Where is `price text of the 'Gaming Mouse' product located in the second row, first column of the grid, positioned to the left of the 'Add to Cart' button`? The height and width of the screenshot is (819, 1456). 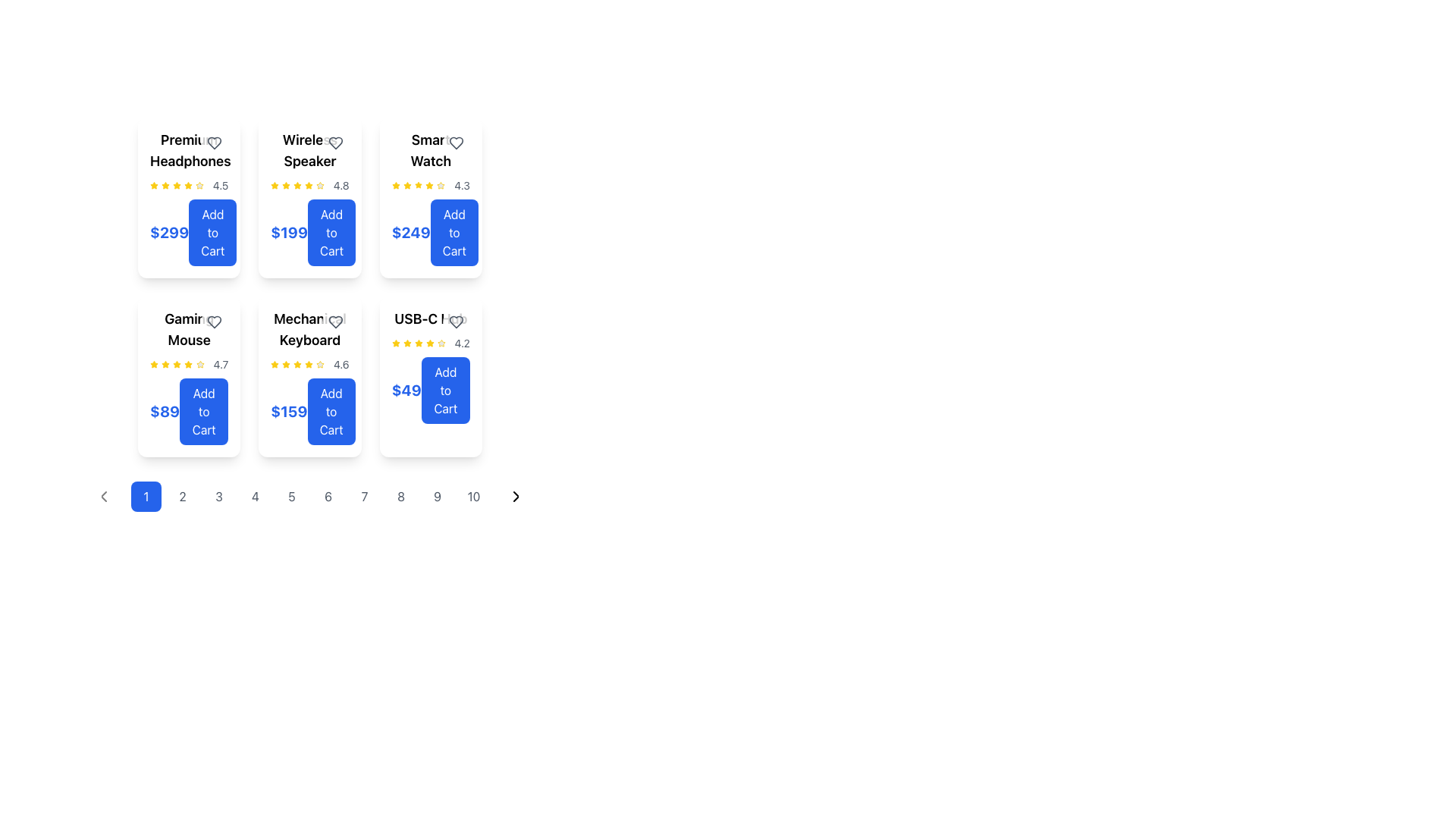
price text of the 'Gaming Mouse' product located in the second row, first column of the grid, positioned to the left of the 'Add to Cart' button is located at coordinates (165, 412).